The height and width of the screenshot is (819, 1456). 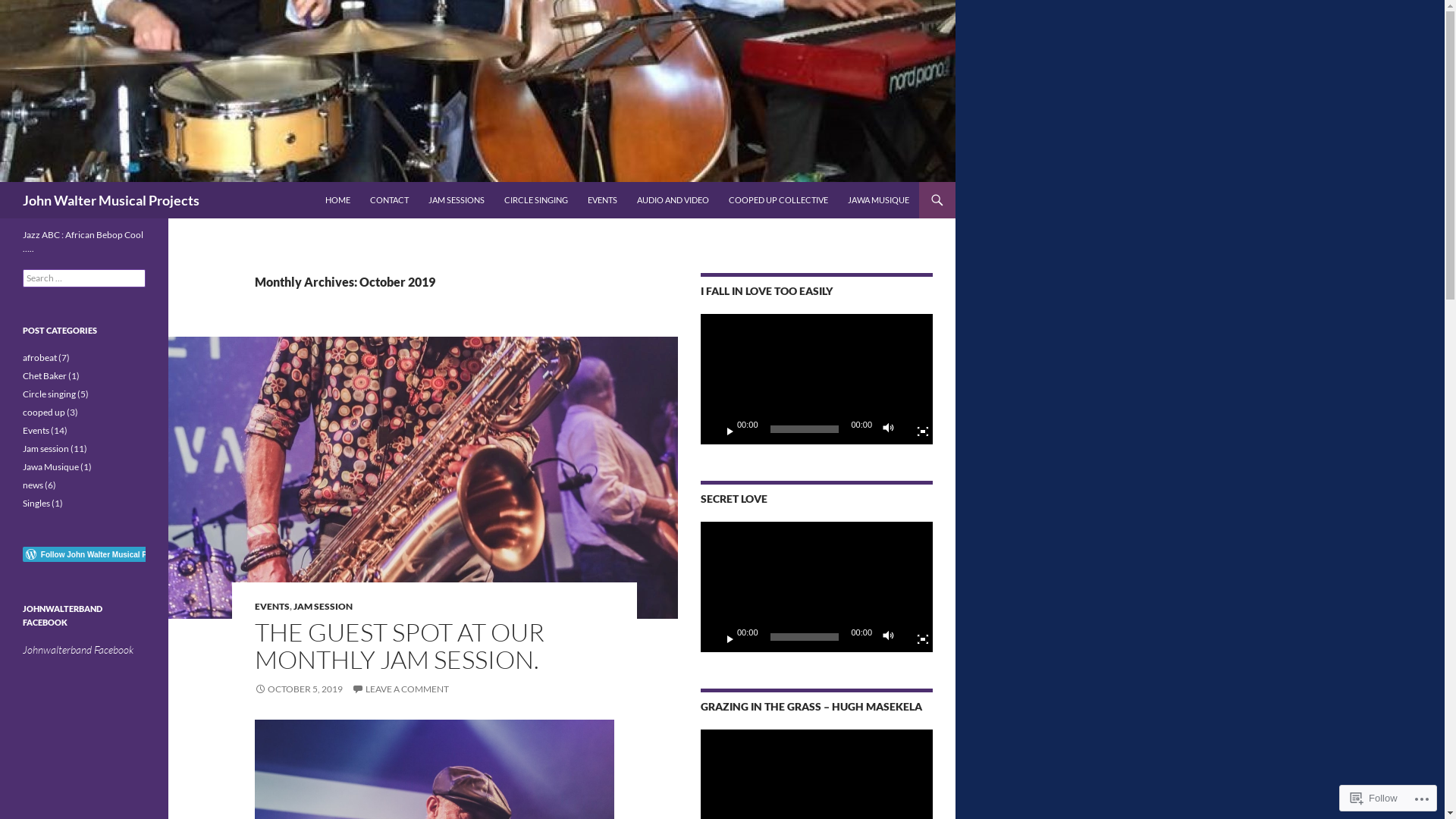 I want to click on 'Search', so click(x=29, y=8).